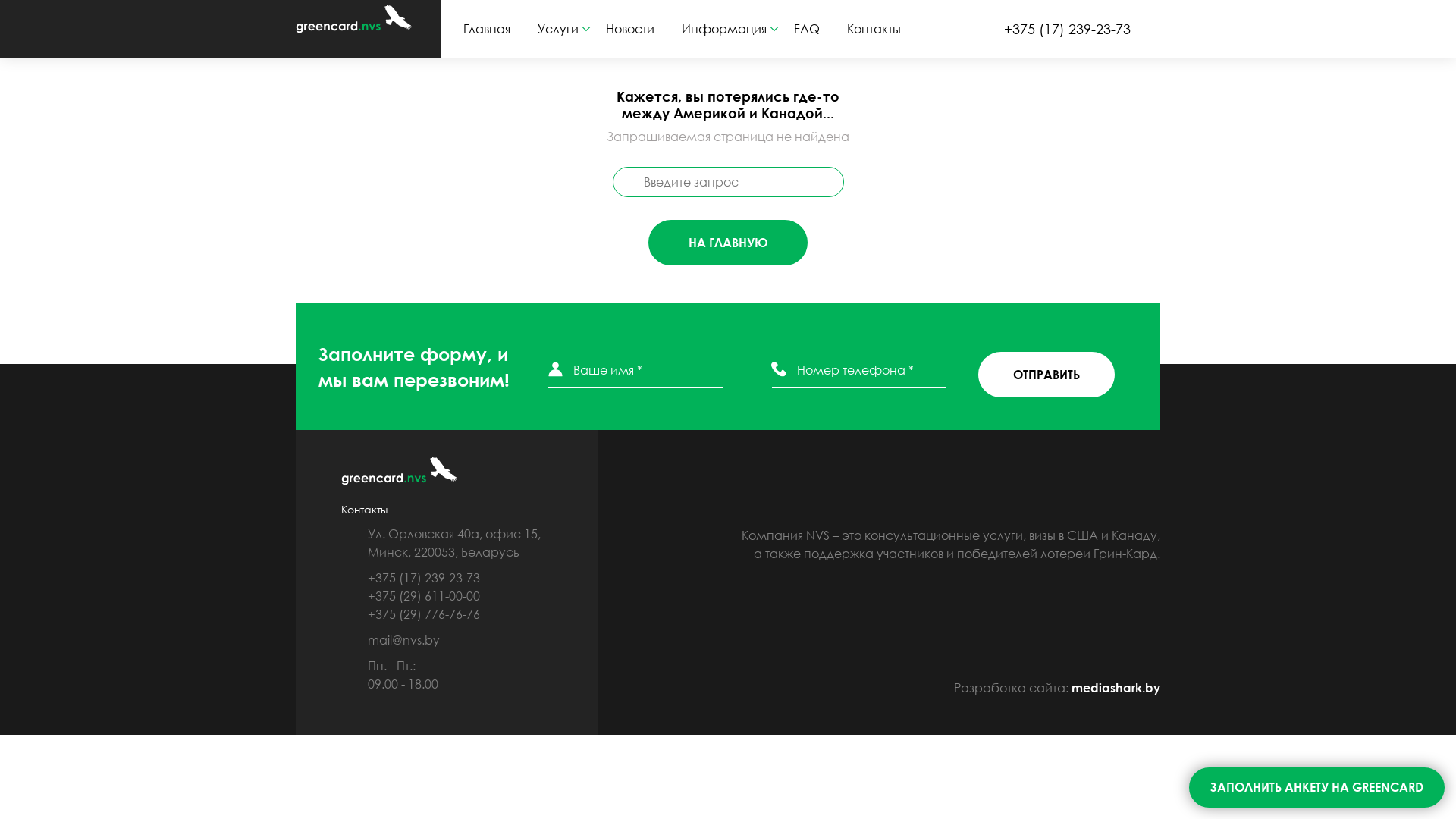 This screenshot has height=819, width=1456. Describe the element at coordinates (811, 29) in the screenshot. I see `'FAQ'` at that location.